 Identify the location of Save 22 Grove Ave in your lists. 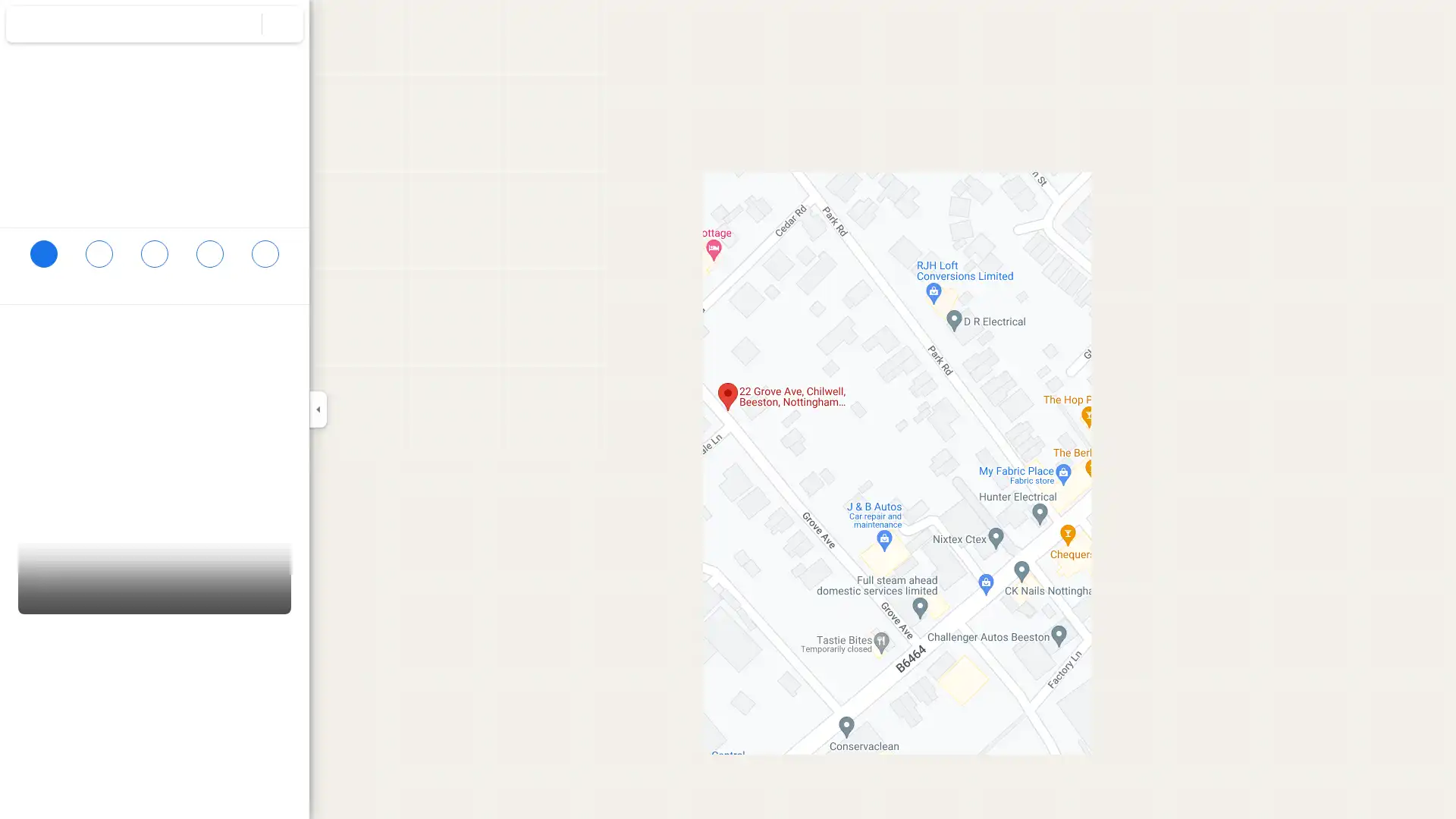
(98, 259).